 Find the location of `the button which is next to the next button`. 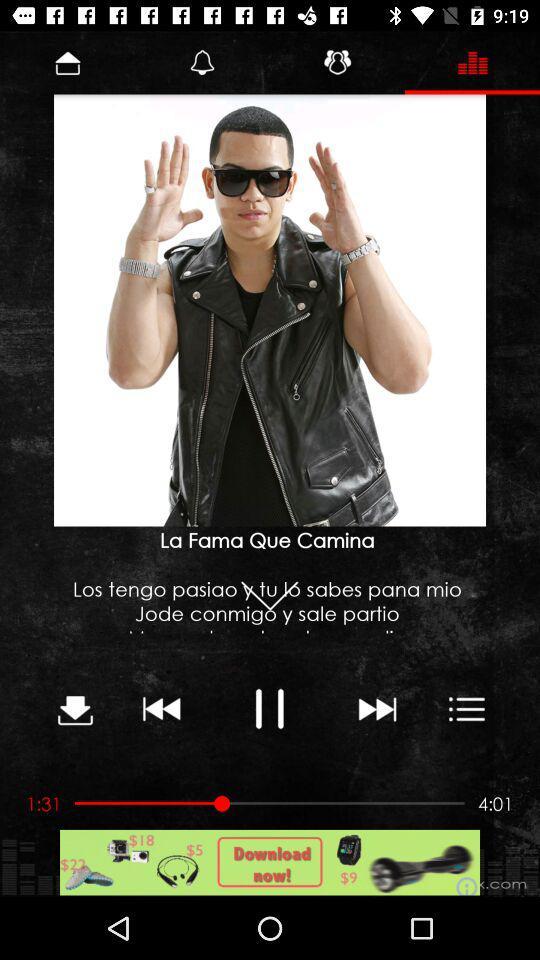

the button which is next to the next button is located at coordinates (468, 708).